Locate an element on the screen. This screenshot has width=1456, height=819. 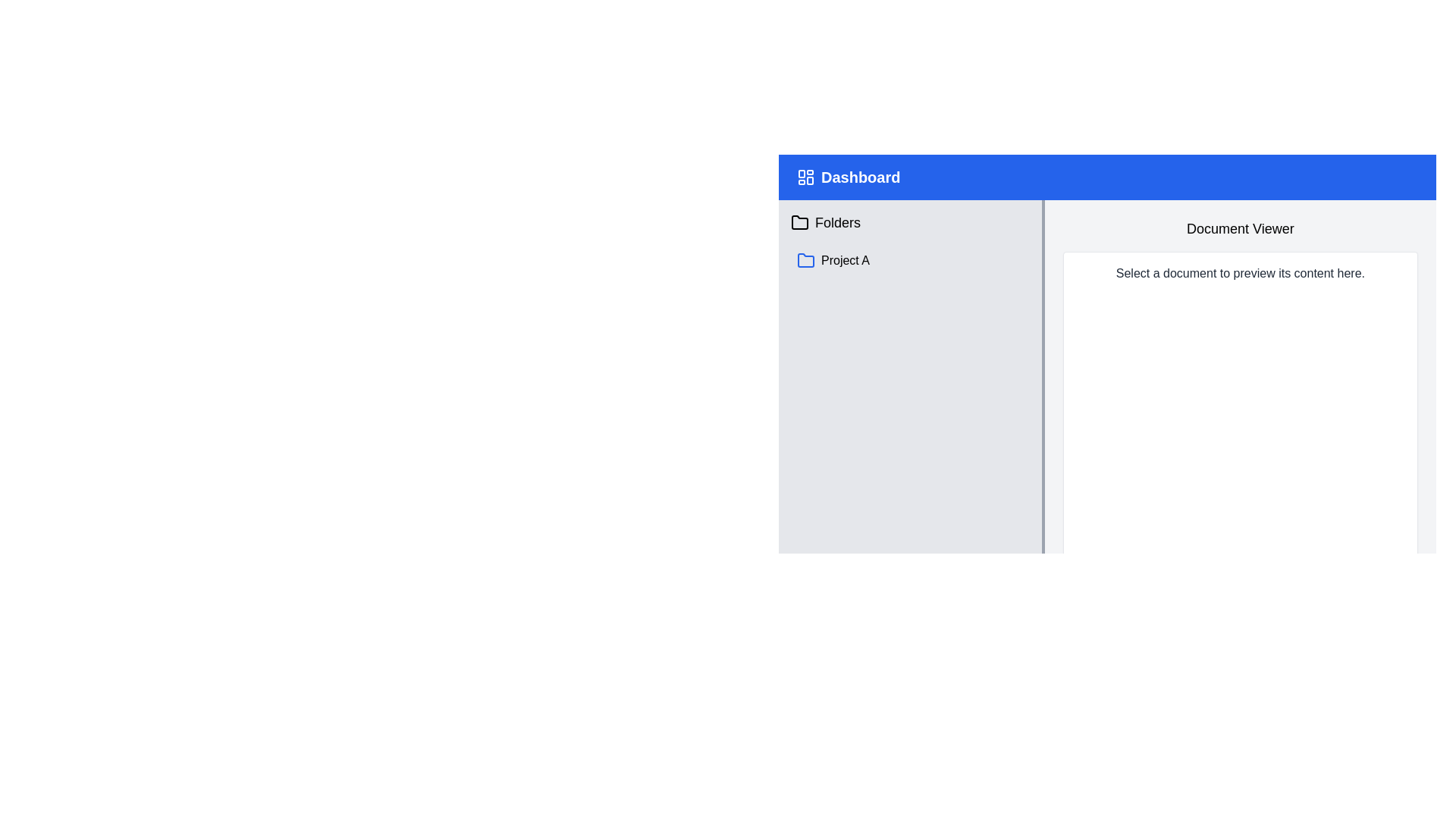
the folder icon located below the 'Folders' section in the left sidebar navigation is located at coordinates (805, 259).